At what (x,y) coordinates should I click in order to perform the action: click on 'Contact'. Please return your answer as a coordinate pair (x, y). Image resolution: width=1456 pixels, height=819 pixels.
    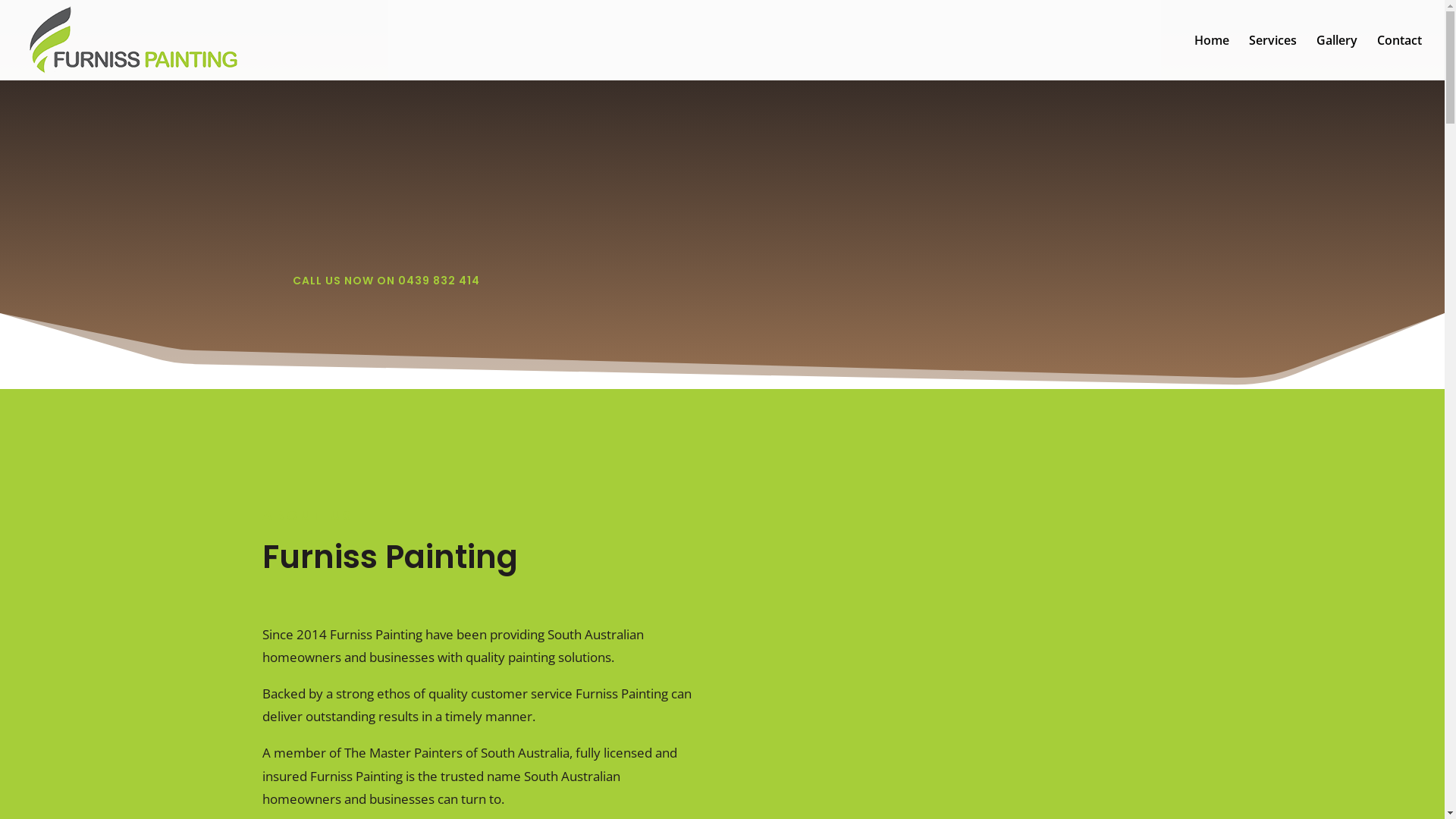
    Looking at the image, I should click on (1398, 57).